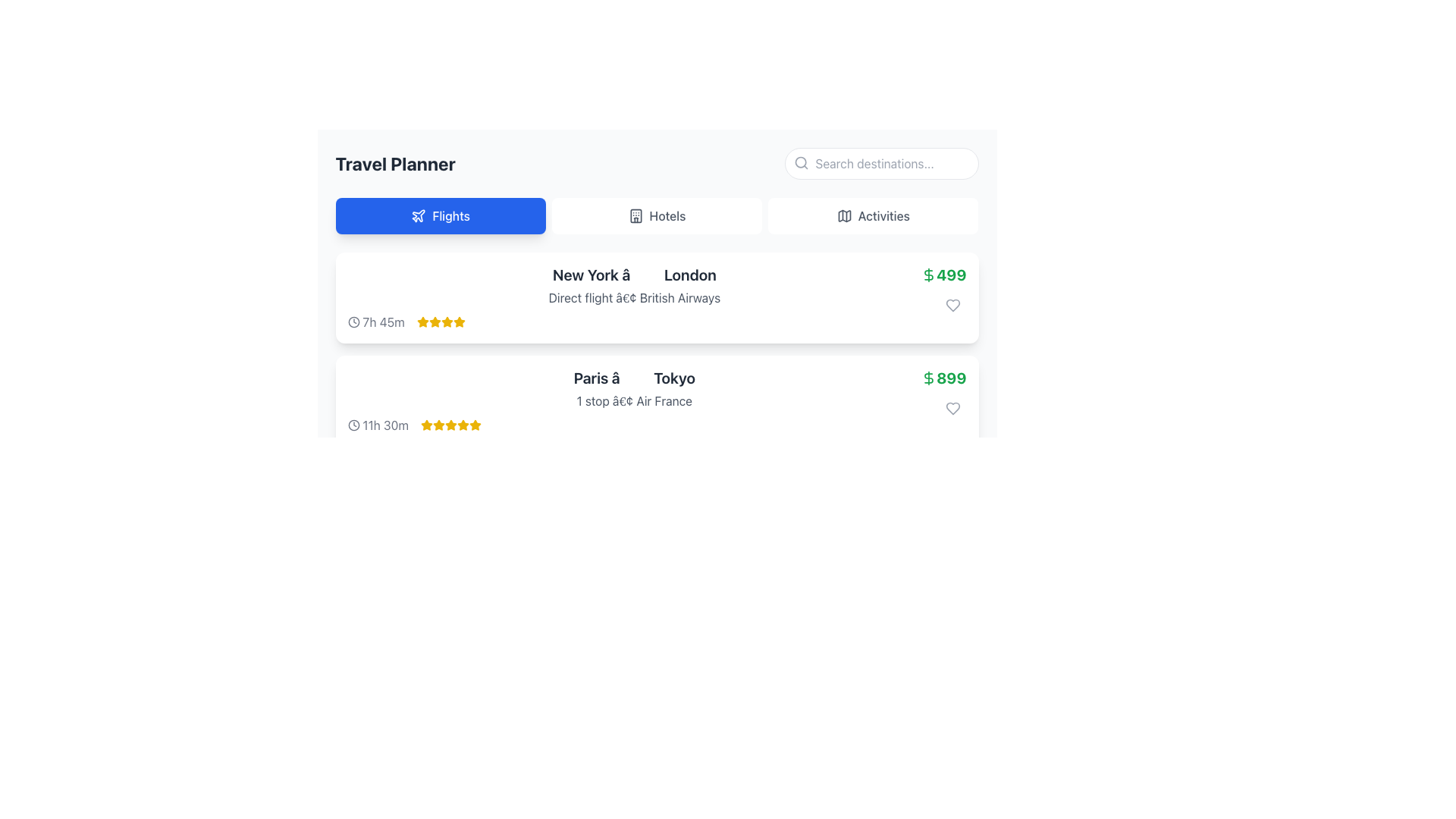 The image size is (1456, 819). Describe the element at coordinates (634, 400) in the screenshot. I see `the travel itinerary item displaying a flight from 'Paris' to 'Tokyo' with details '1 stop • Air France' and duration '11h 30m'` at that location.